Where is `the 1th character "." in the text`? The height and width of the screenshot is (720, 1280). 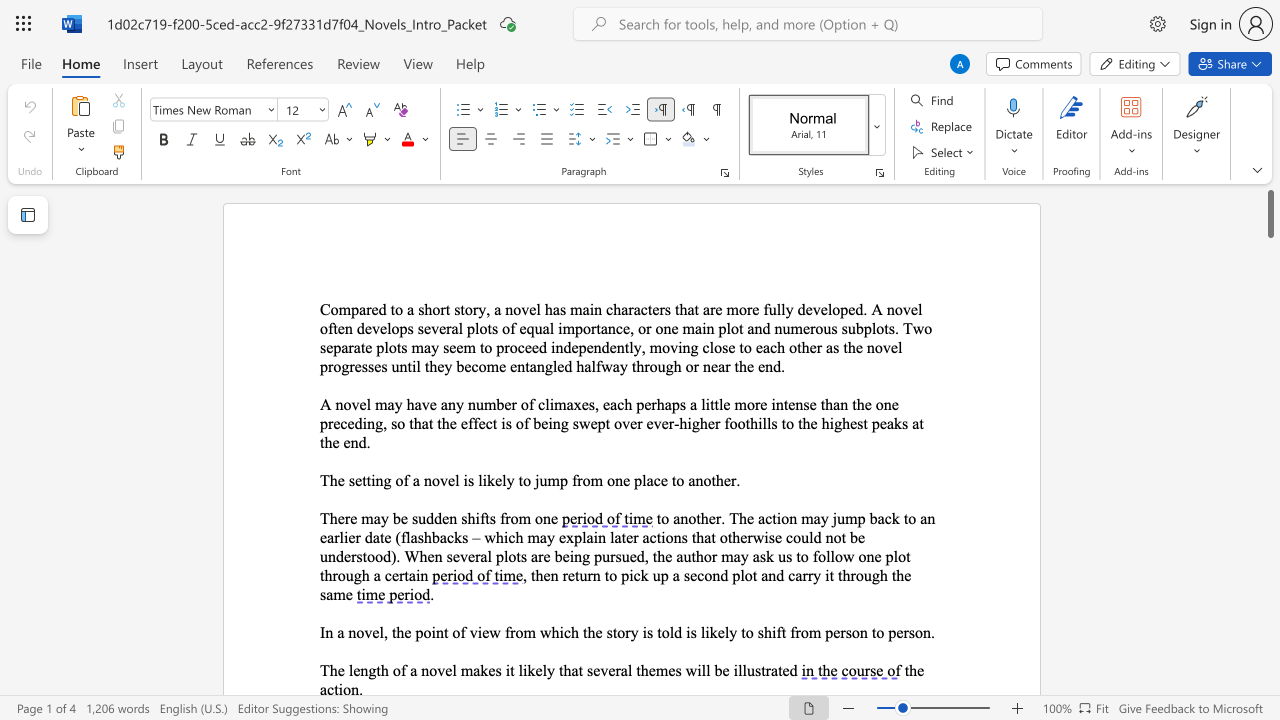
the 1th character "." in the text is located at coordinates (896, 327).